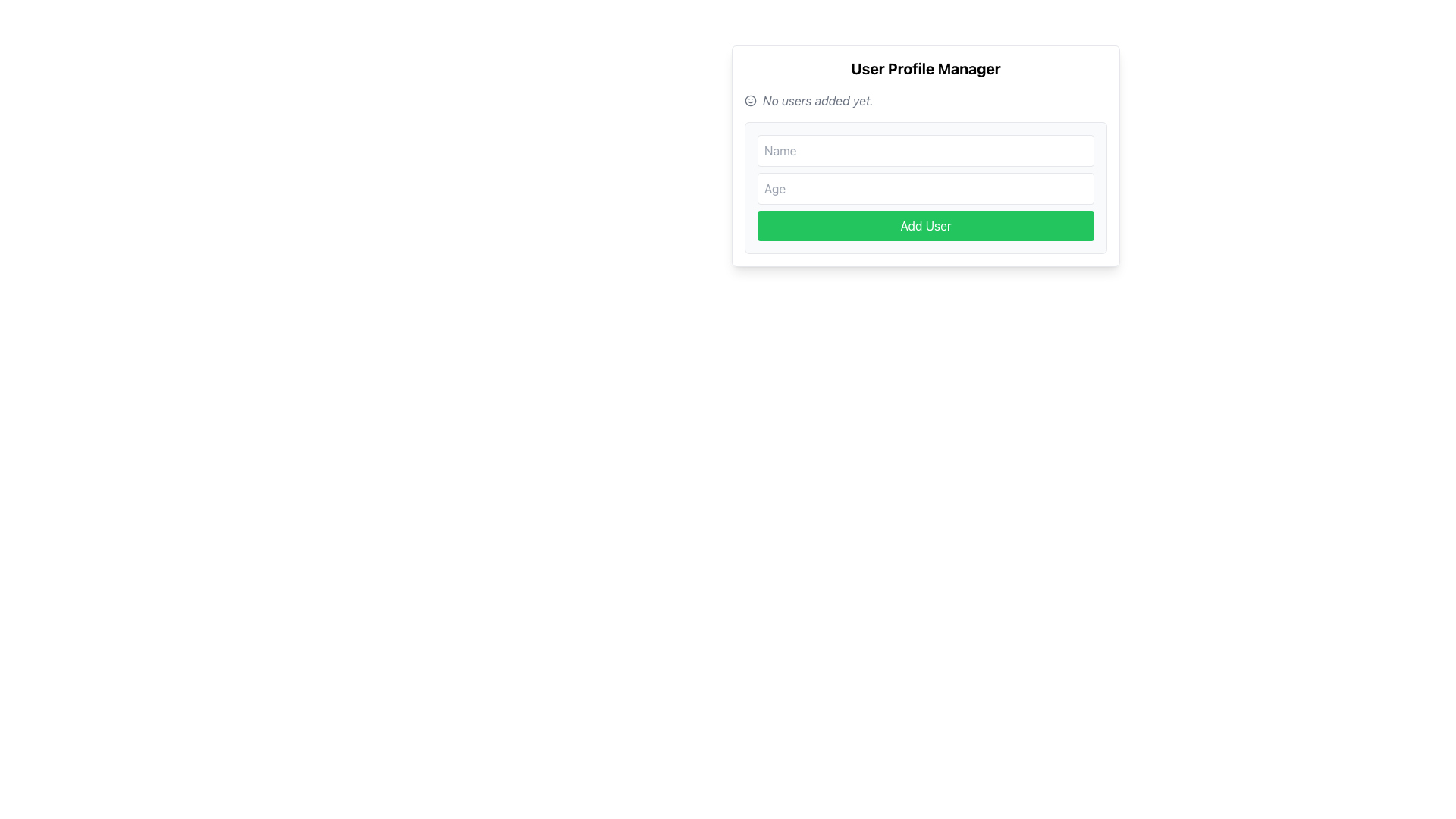  I want to click on the 'Add User' button, which is a vibrant green rectangular button with bold white text and rounded corners located at the bottom of a vertical form, so click(924, 225).